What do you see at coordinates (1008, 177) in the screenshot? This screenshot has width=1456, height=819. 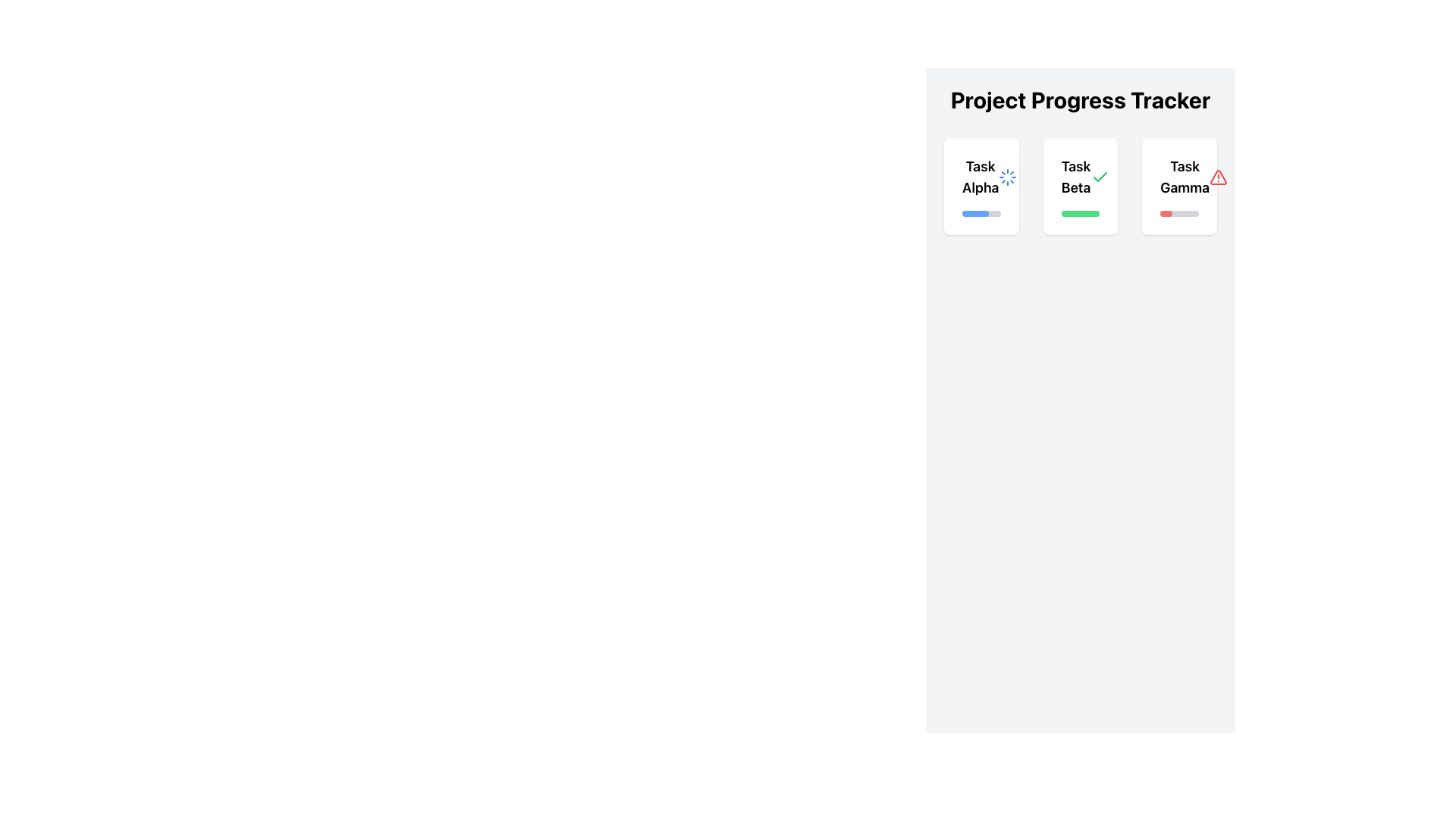 I see `the loader or spinner icon located in the upper-right area of the 'Task Alpha' card in the 'Project Progress Tracker' interface, which features blue lines radiating outward on a white background` at bounding box center [1008, 177].